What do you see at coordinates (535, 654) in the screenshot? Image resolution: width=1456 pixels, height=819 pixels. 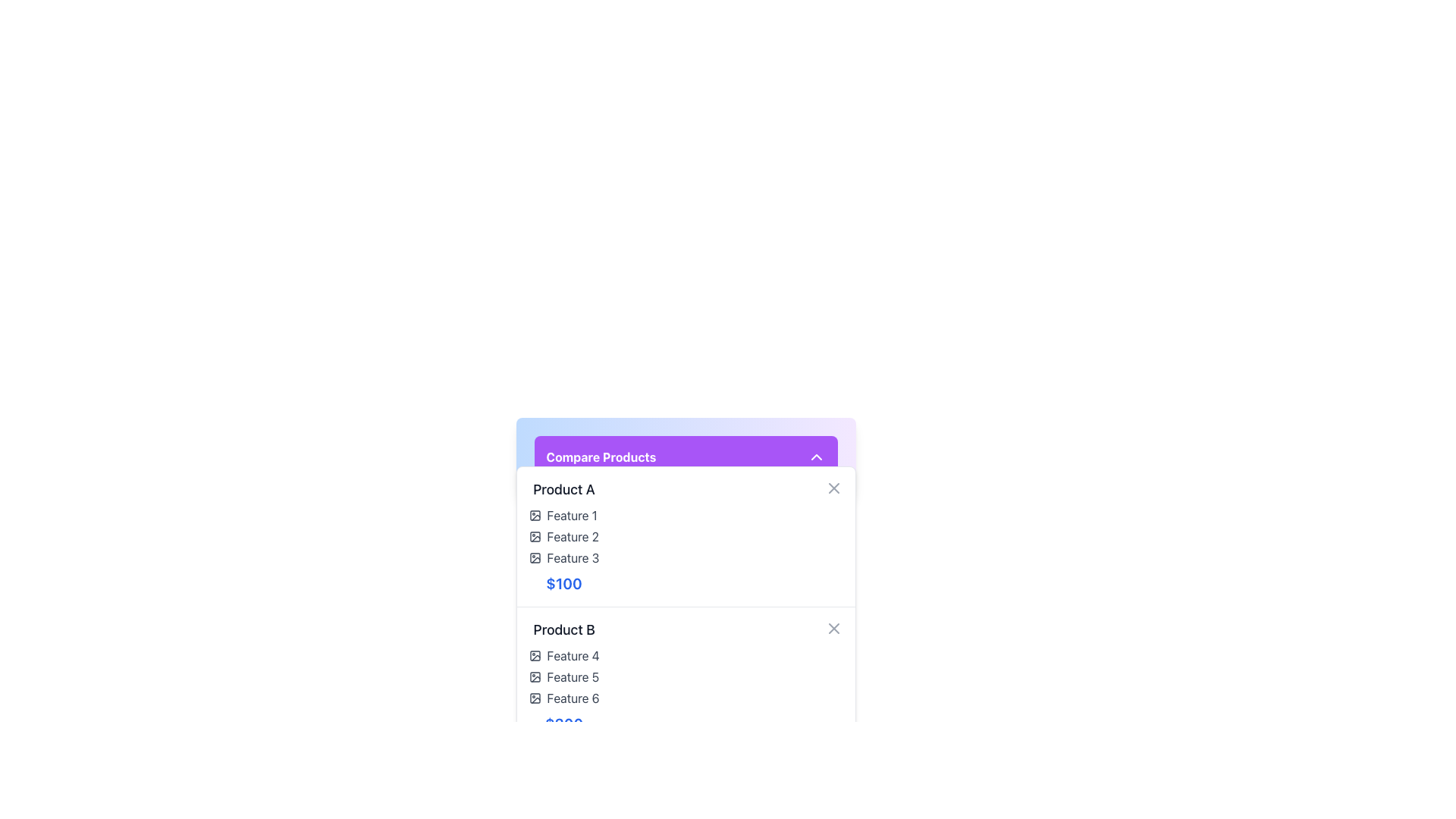 I see `the SVG icon that serves as an indicator for 'Feature 4' in the 'Product B' section of the comparison interface` at bounding box center [535, 654].